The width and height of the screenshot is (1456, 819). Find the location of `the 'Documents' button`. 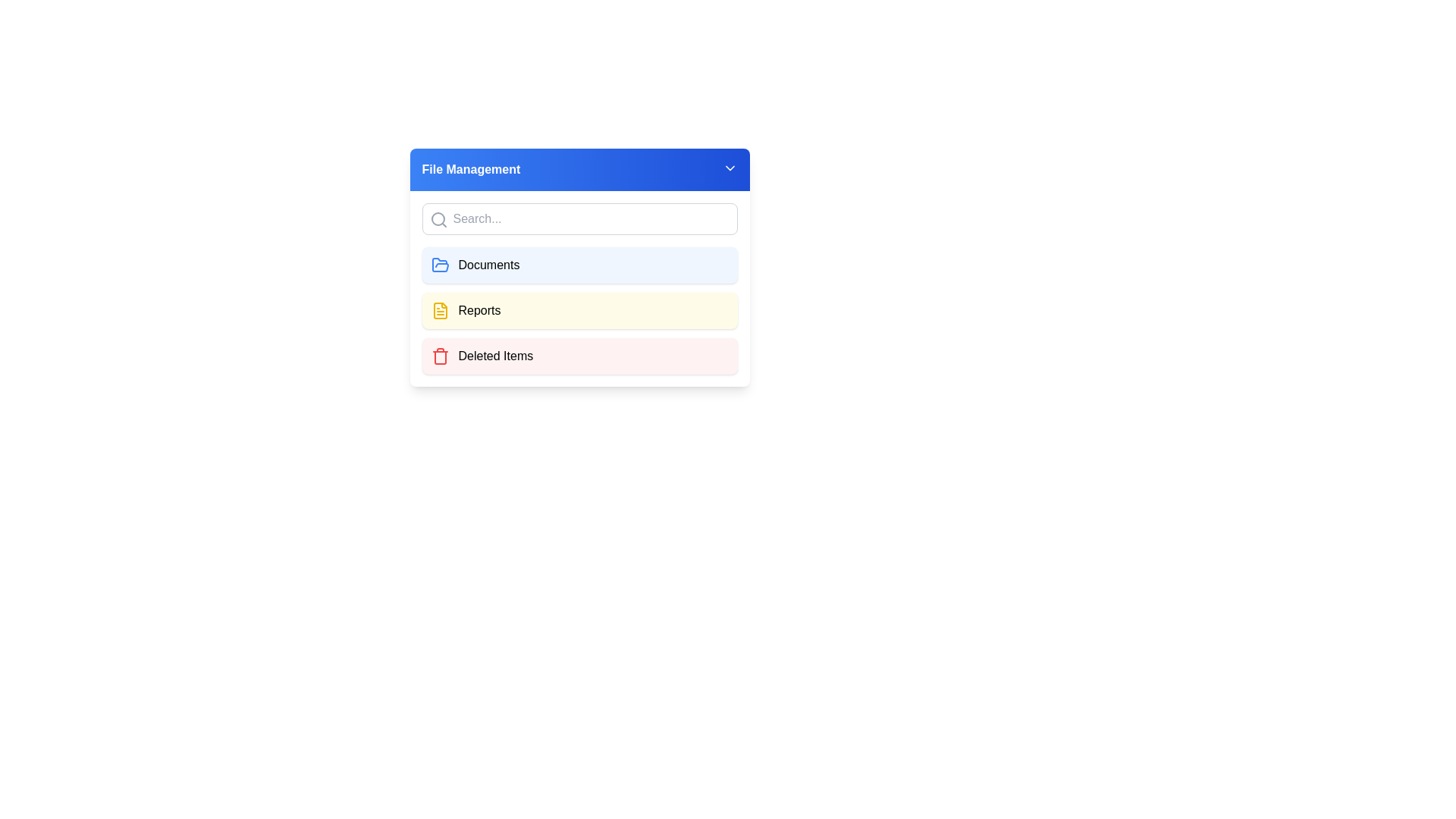

the 'Documents' button is located at coordinates (579, 267).